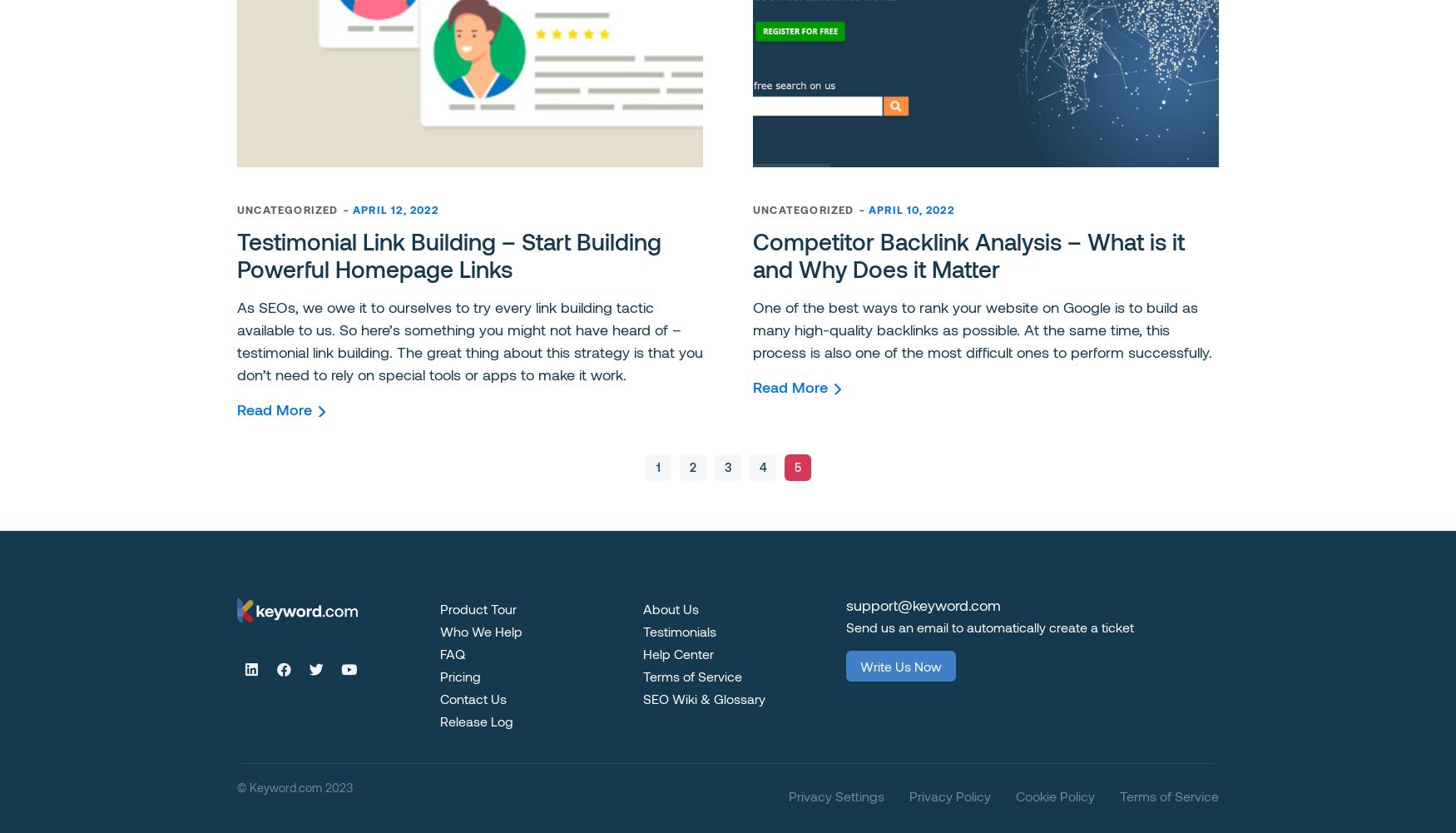  What do you see at coordinates (968, 255) in the screenshot?
I see `'Competitor Backlink Analysis – What is it and Why Does it Matter'` at bounding box center [968, 255].